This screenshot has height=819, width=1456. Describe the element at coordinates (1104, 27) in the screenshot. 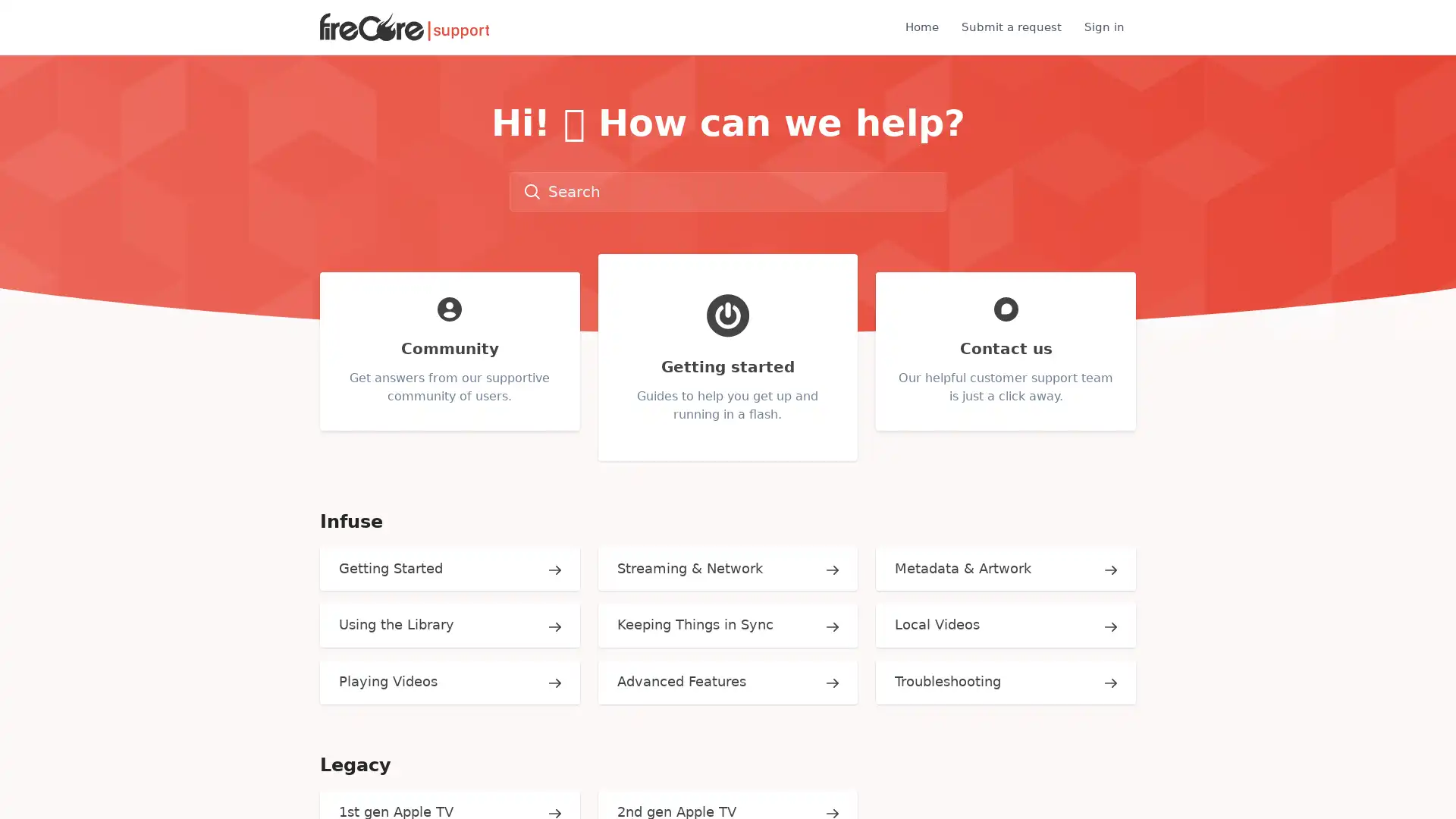

I see `Sign in` at that location.